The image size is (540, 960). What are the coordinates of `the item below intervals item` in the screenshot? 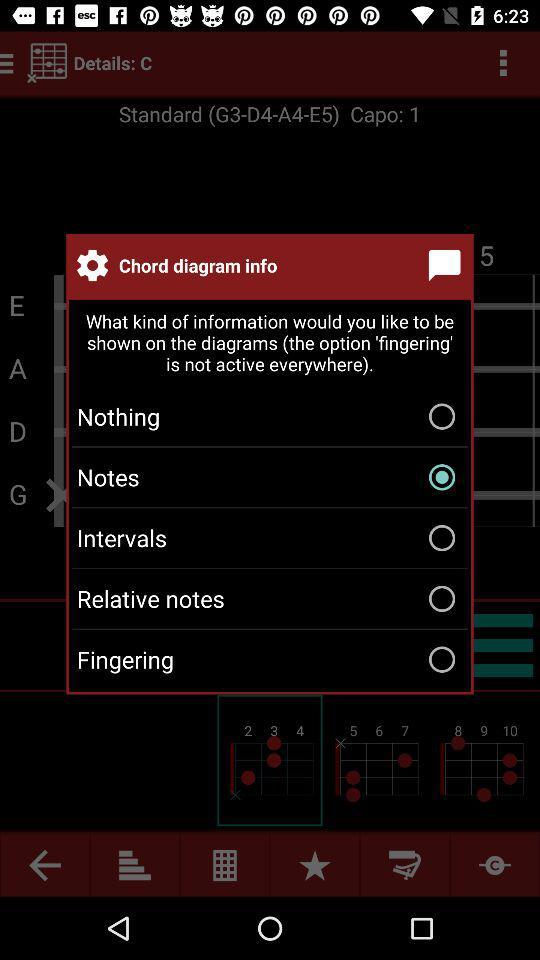 It's located at (270, 598).